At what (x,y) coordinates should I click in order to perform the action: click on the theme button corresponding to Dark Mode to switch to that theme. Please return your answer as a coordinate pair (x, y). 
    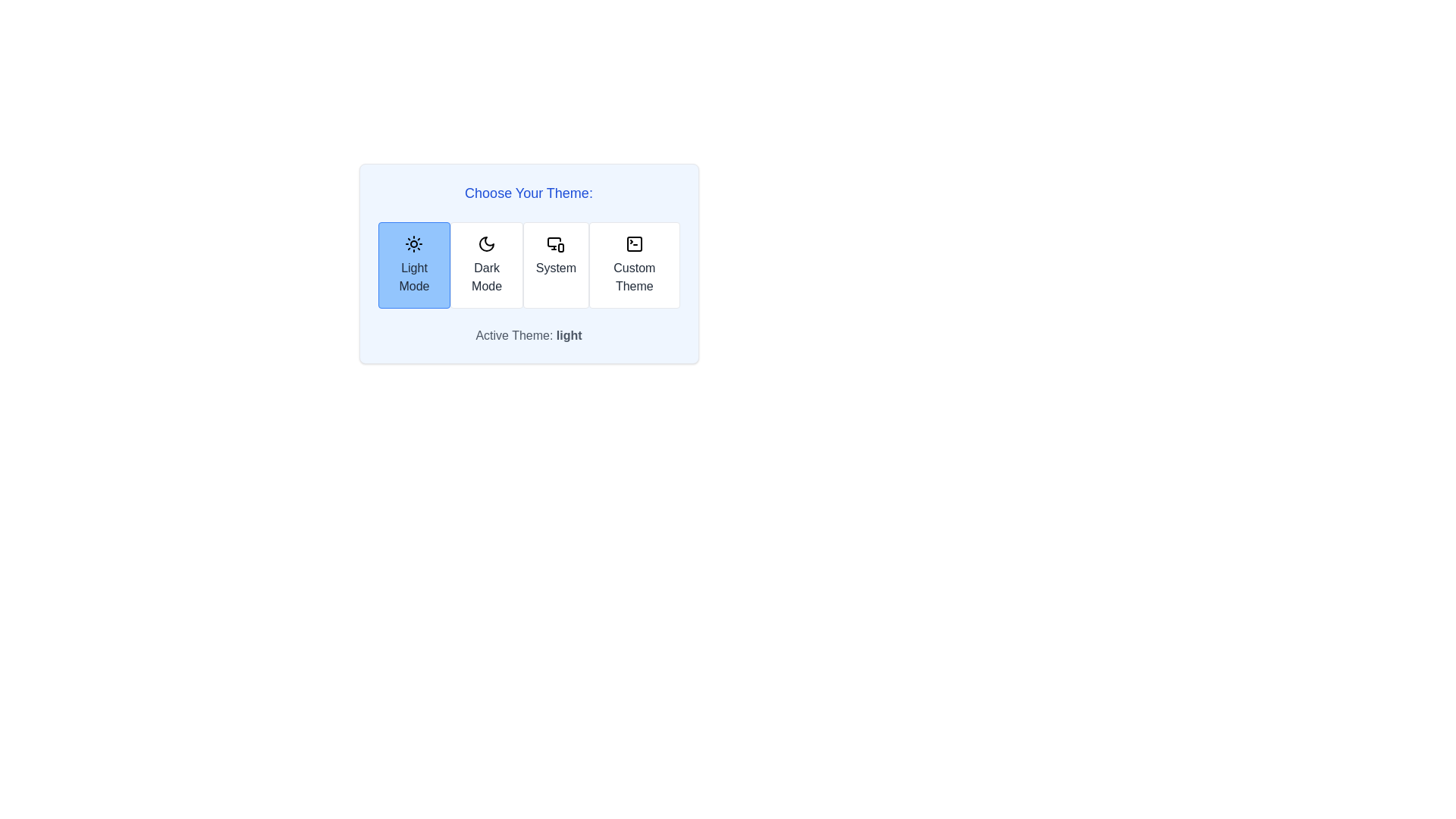
    Looking at the image, I should click on (487, 265).